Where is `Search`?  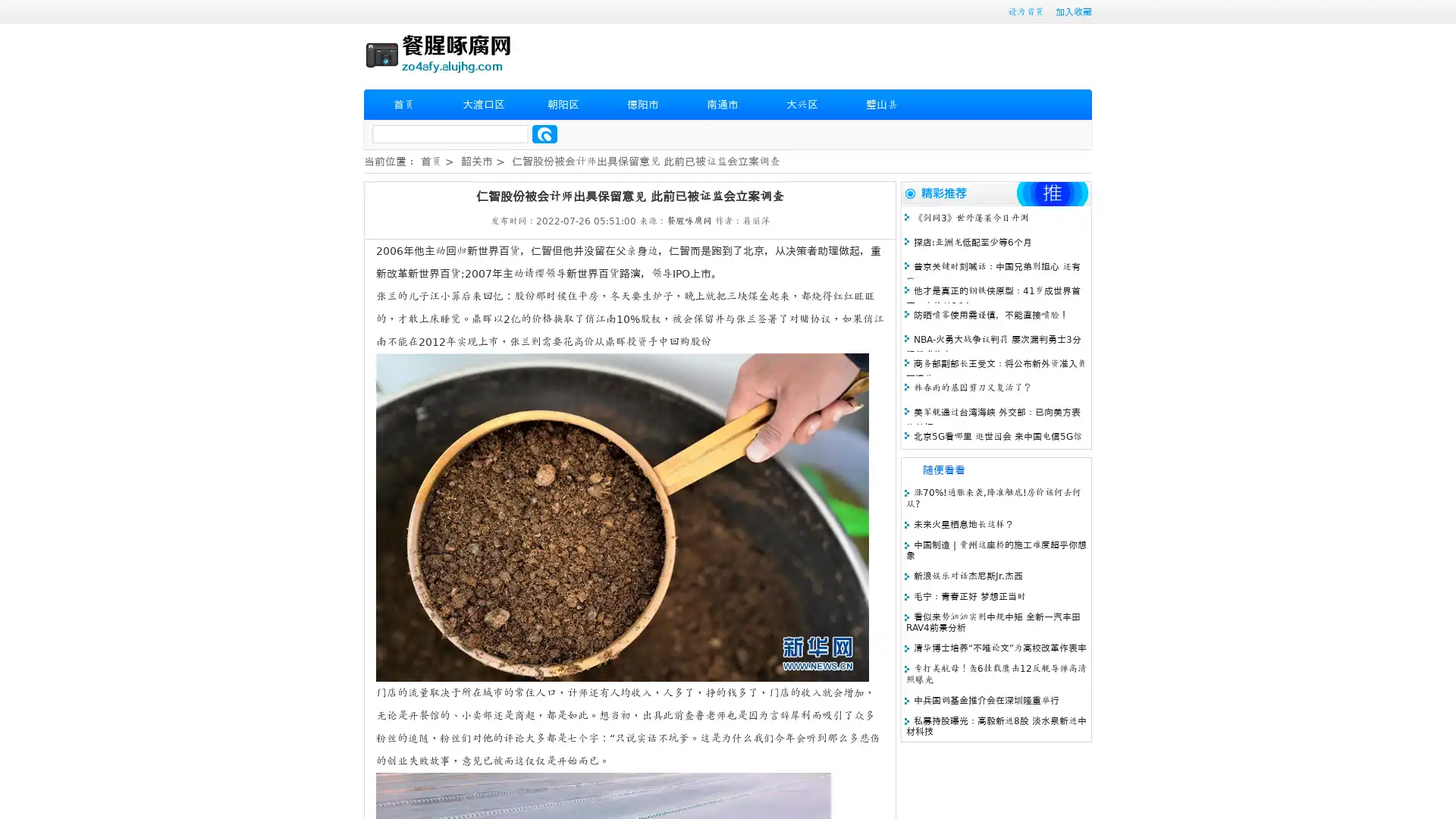
Search is located at coordinates (544, 133).